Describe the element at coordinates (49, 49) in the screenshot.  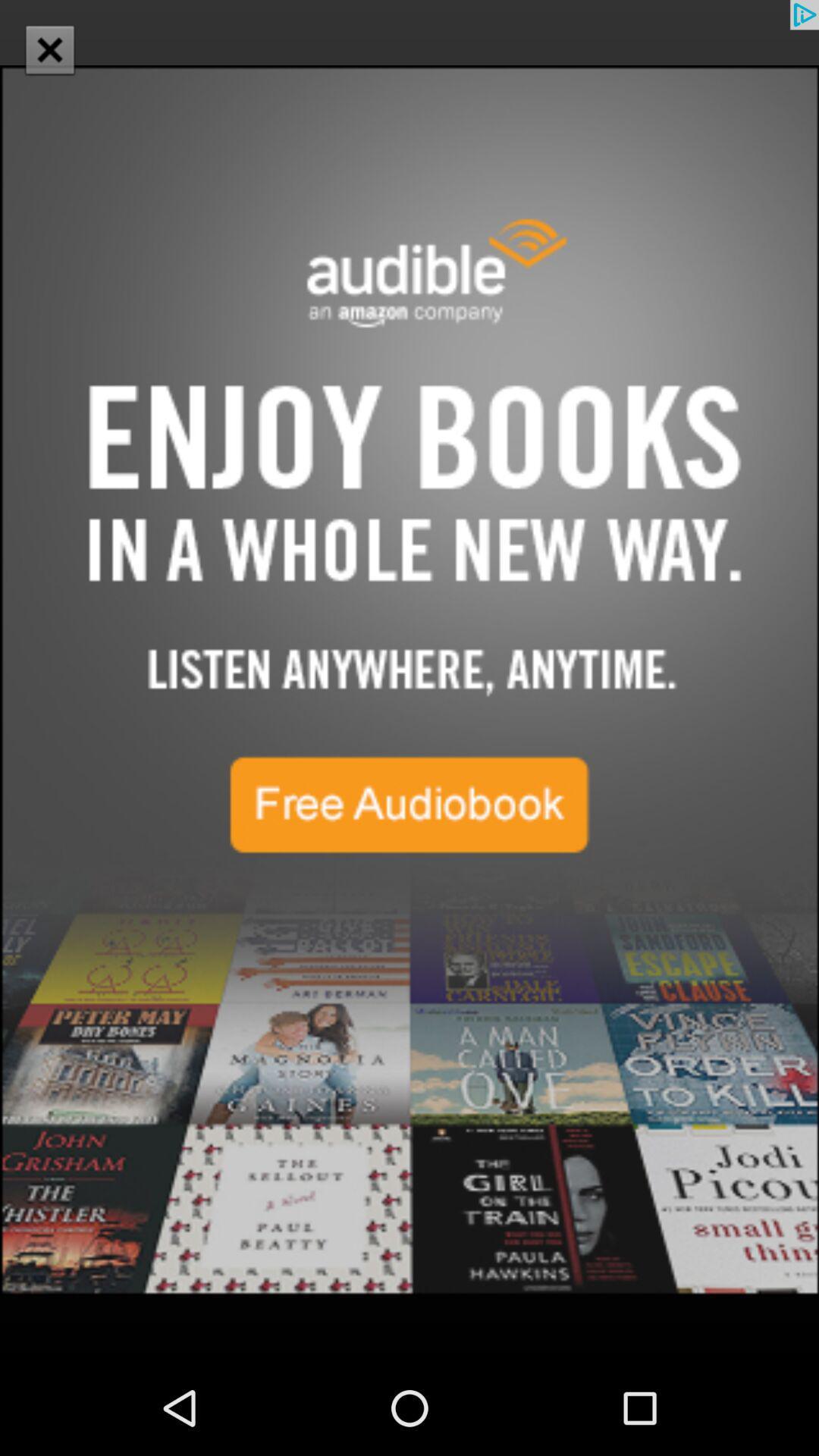
I see `the close icon` at that location.